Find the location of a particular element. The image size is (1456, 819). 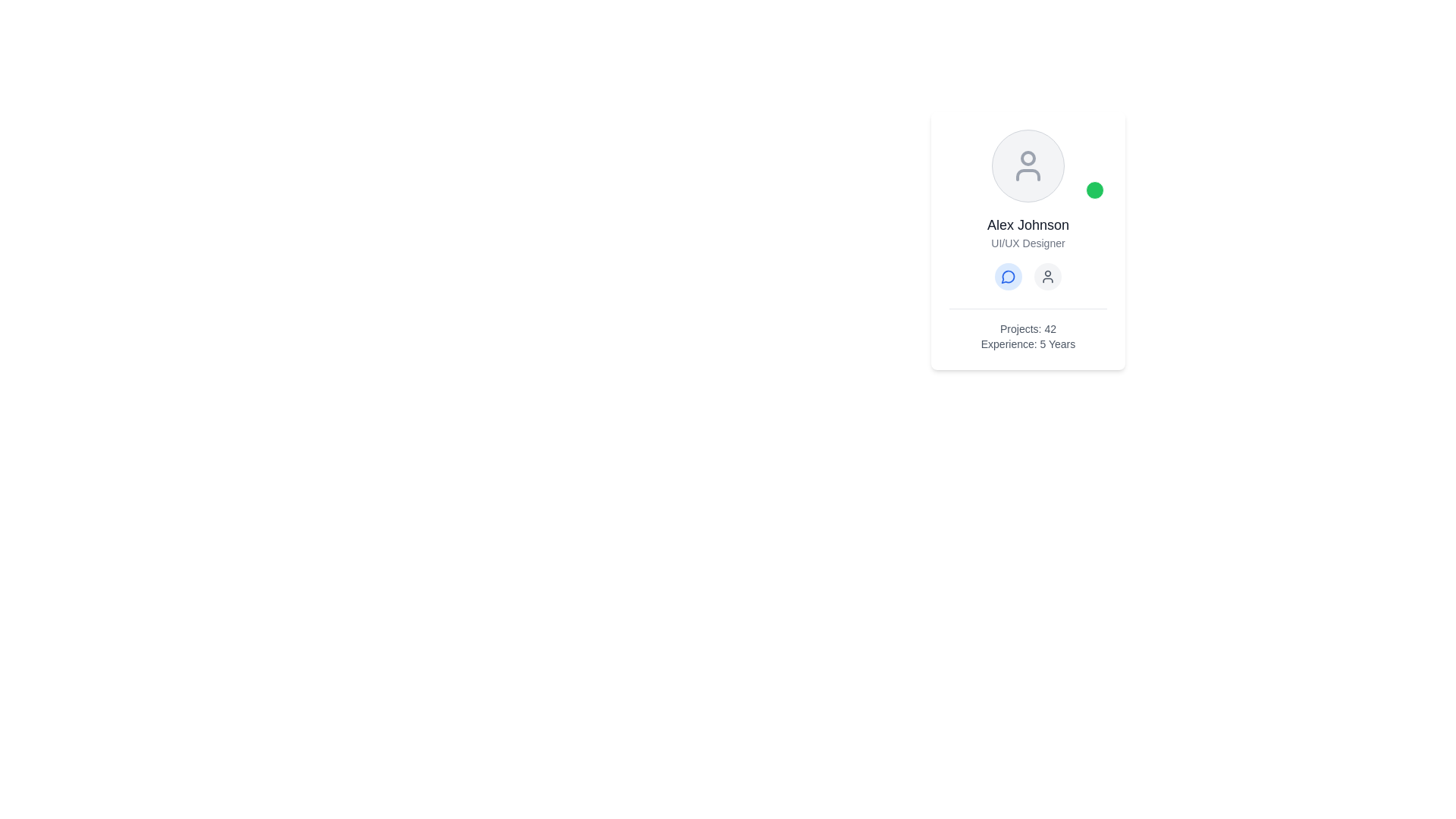

the text label displaying 'Experience: 5 Years', which is positioned below 'Projects: 42' is located at coordinates (1028, 344).